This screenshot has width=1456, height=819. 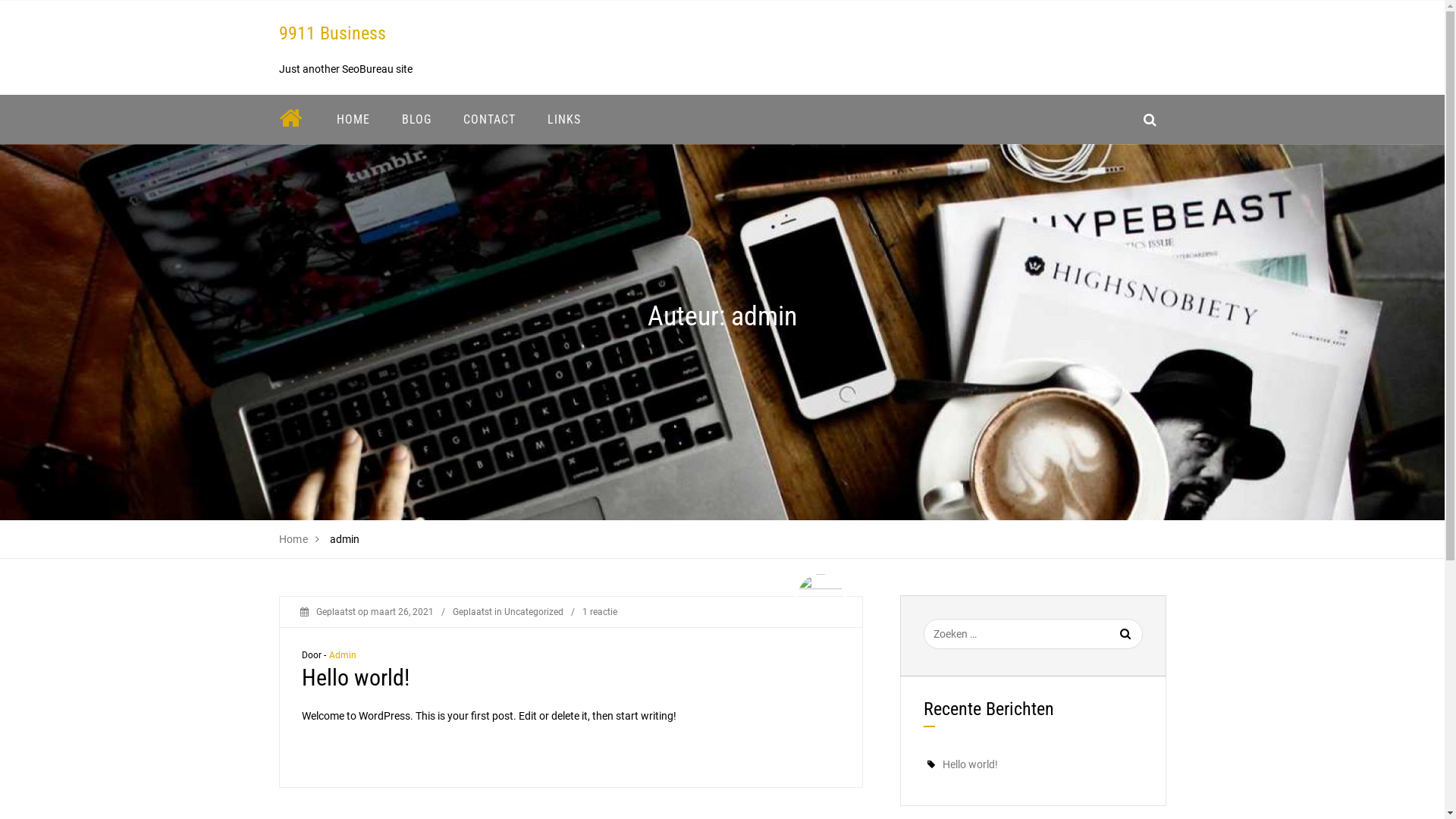 What do you see at coordinates (355, 676) in the screenshot?
I see `'Hello world!'` at bounding box center [355, 676].